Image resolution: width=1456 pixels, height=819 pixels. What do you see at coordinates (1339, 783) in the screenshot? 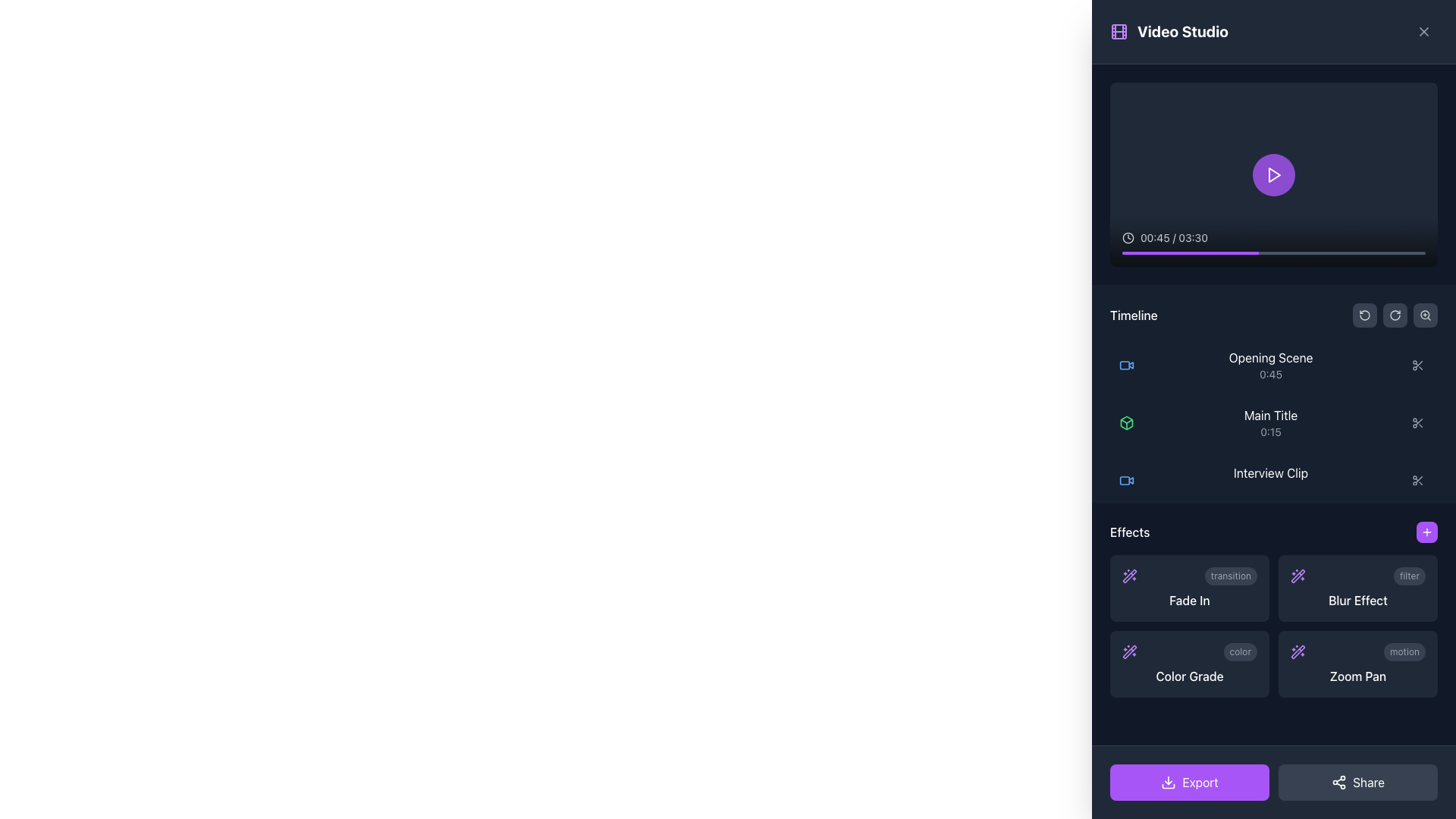
I see `the circular share icon` at bounding box center [1339, 783].